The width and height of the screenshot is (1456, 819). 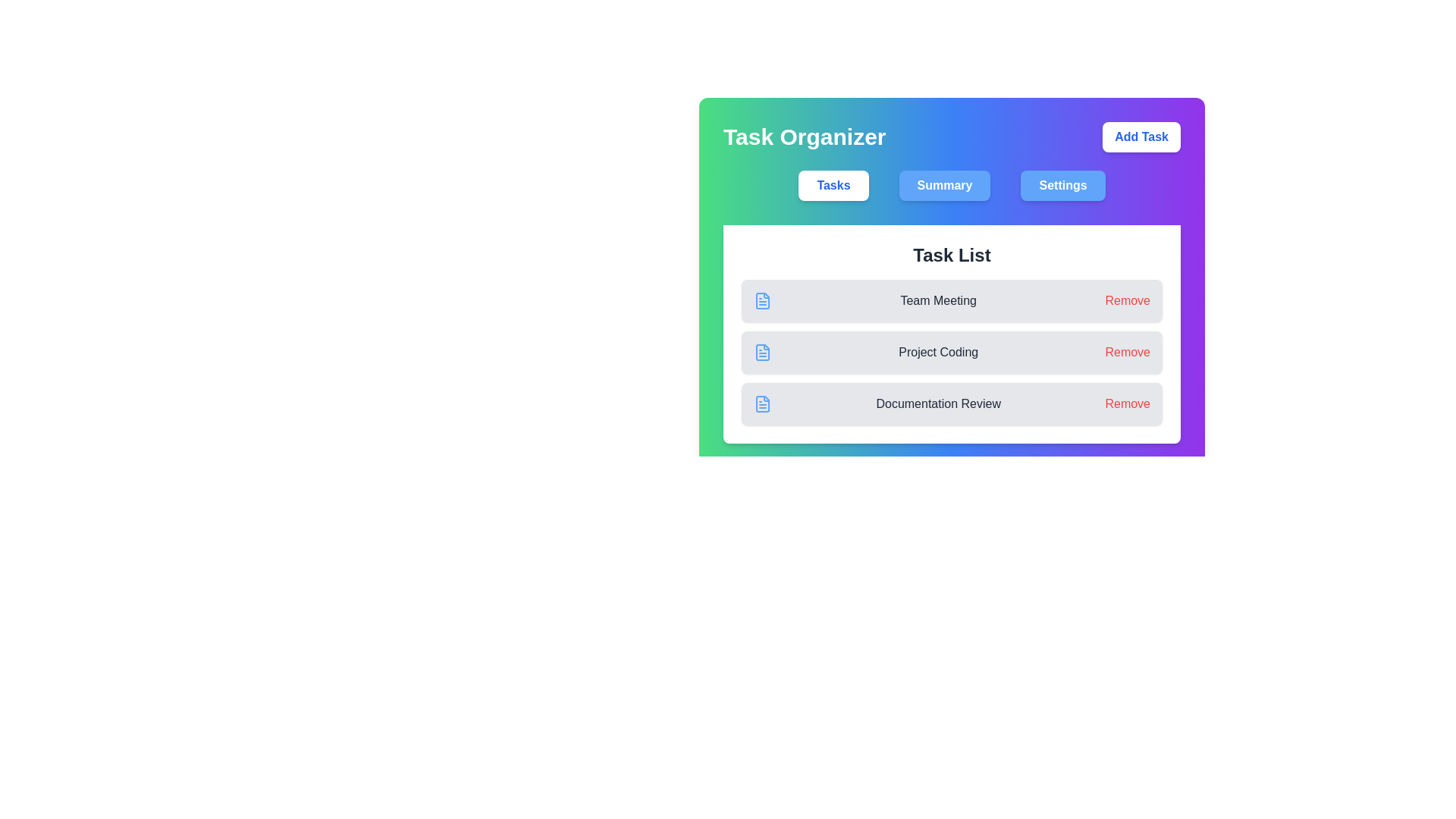 What do you see at coordinates (1062, 185) in the screenshot?
I see `the 'Settings' button, which is the third button in a horizontal sequence of three buttons below the 'Task Organizer' header` at bounding box center [1062, 185].